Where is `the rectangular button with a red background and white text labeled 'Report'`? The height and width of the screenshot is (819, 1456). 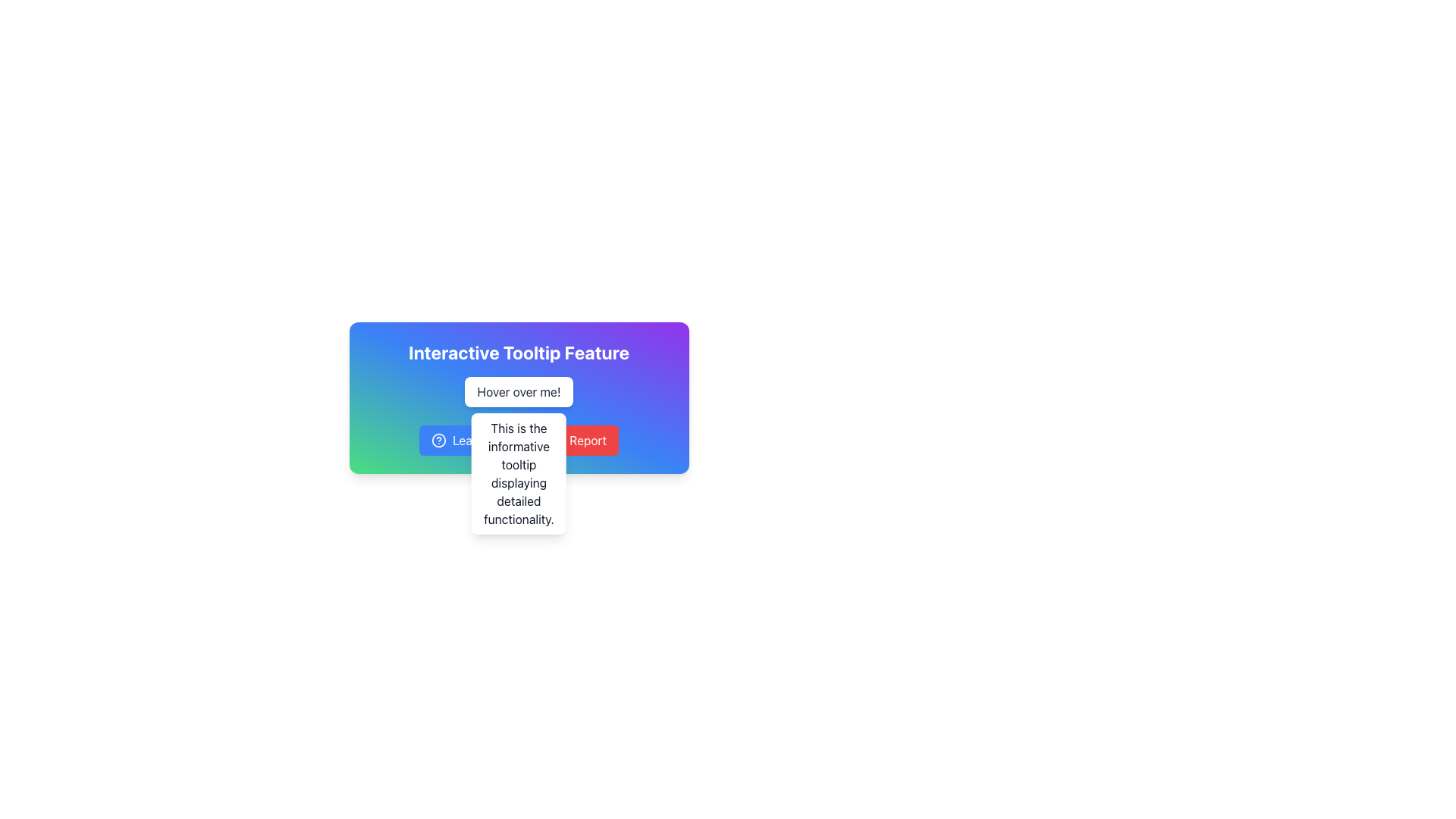 the rectangular button with a red background and white text labeled 'Report' is located at coordinates (576, 441).